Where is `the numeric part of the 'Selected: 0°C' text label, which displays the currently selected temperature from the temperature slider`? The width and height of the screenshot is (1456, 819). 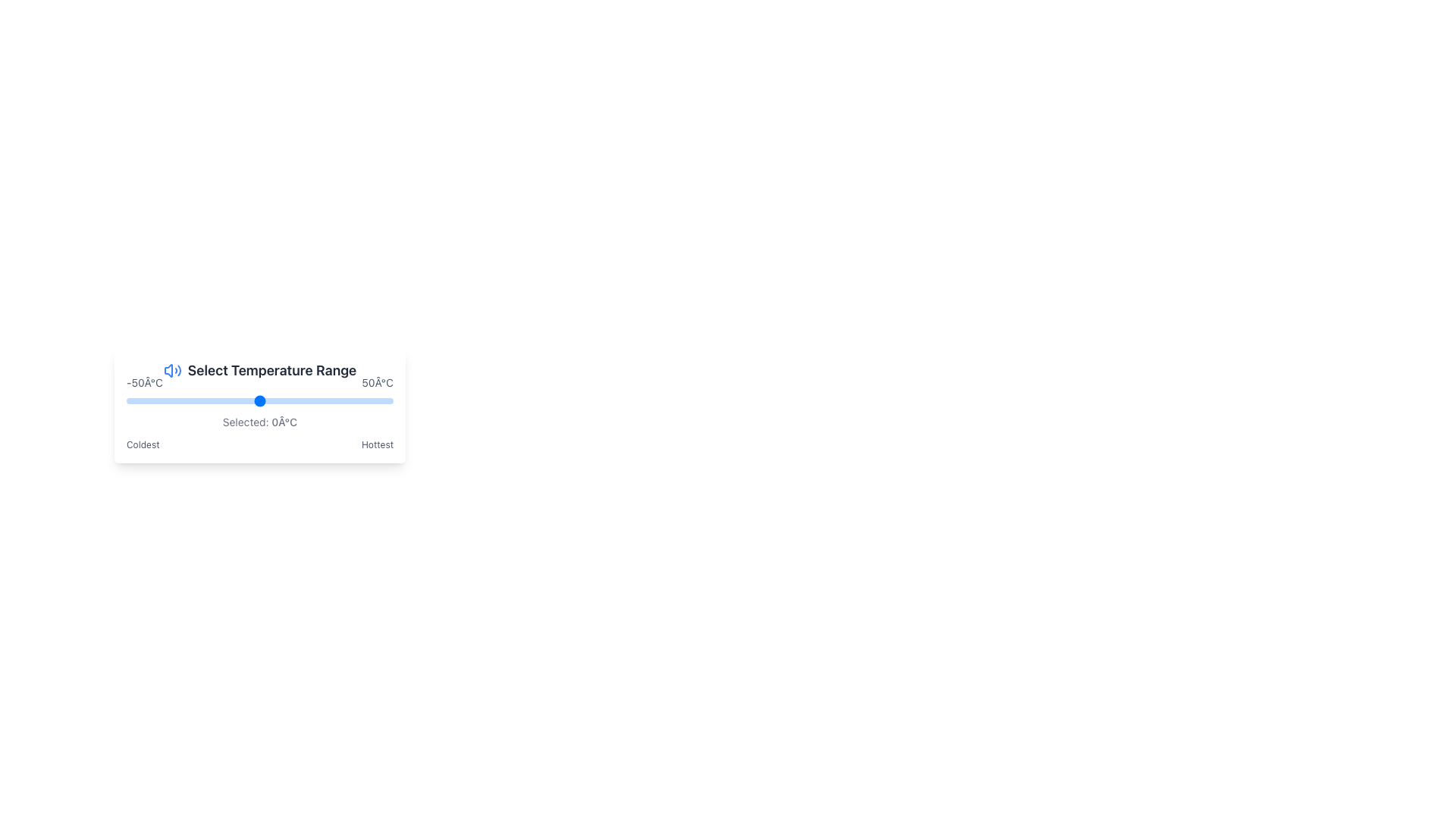
the numeric part of the 'Selected: 0°C' text label, which displays the currently selected temperature from the temperature slider is located at coordinates (284, 422).